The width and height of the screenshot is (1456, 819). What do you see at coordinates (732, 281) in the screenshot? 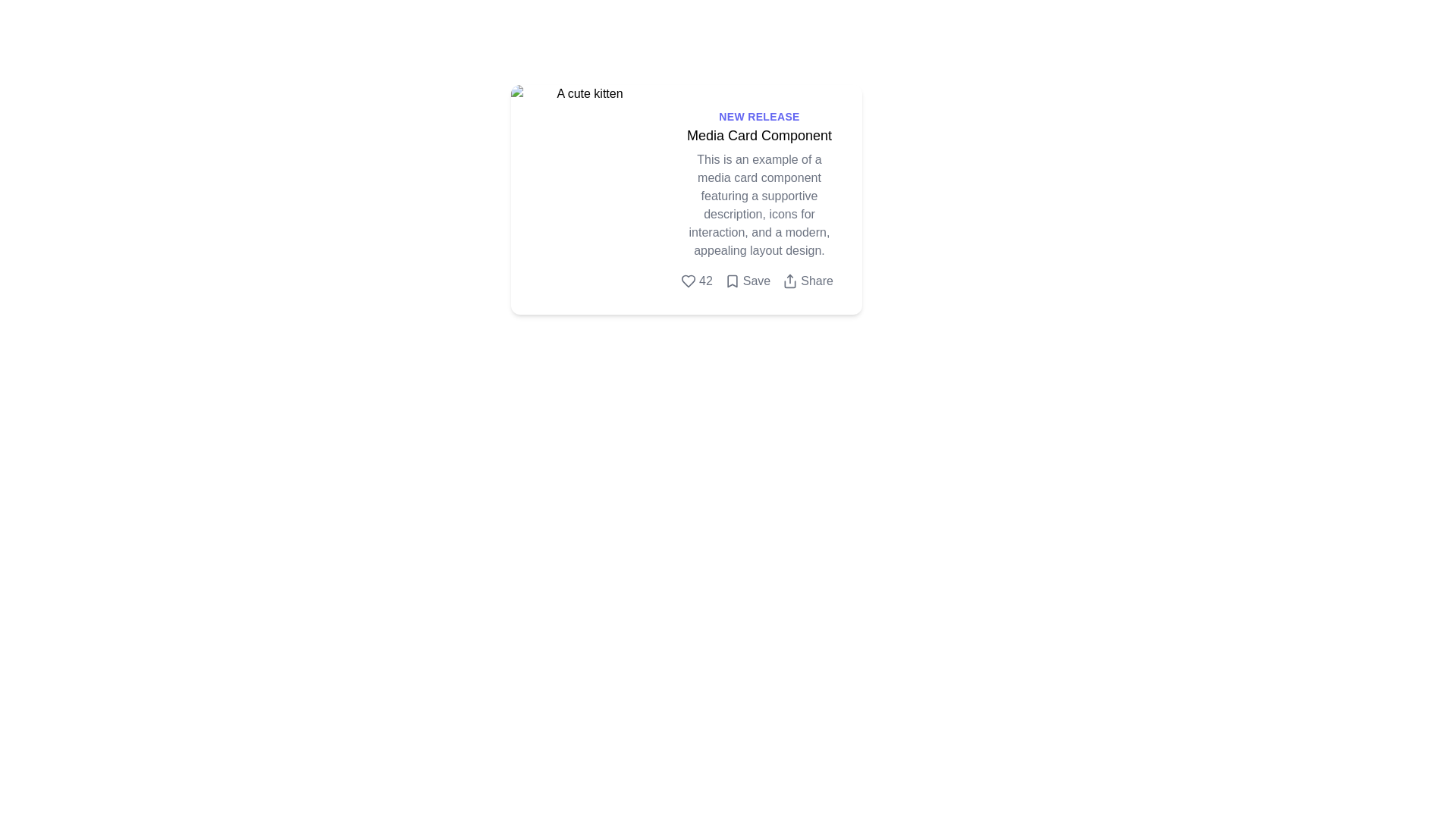
I see `the design of the bookmarking icon located to the left of the 'Save' text within a horizontally aligned group of elements in the lower-right section of the card layout` at bounding box center [732, 281].